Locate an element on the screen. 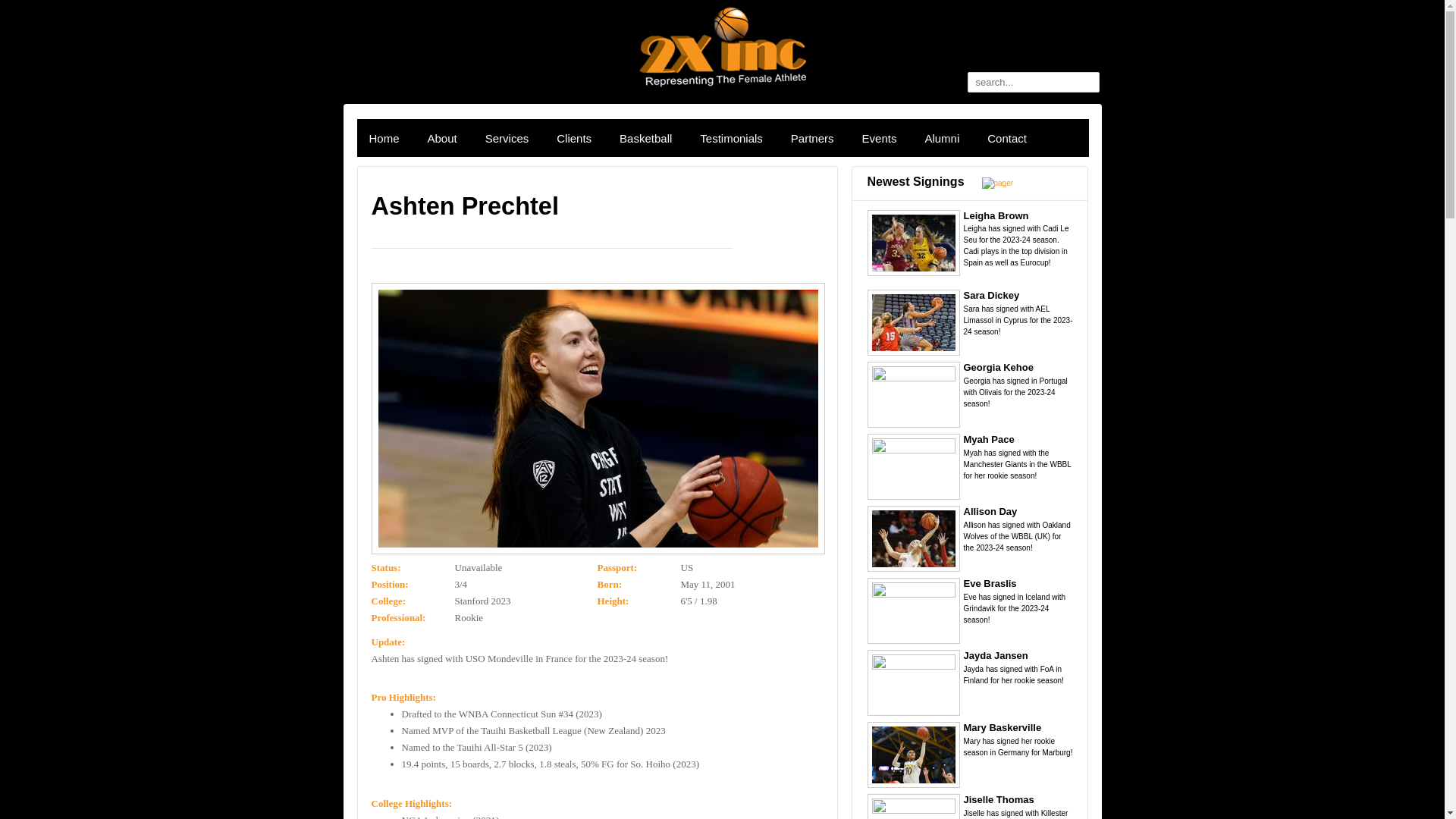 The width and height of the screenshot is (1456, 819). 'Testimonials' is located at coordinates (691, 138).